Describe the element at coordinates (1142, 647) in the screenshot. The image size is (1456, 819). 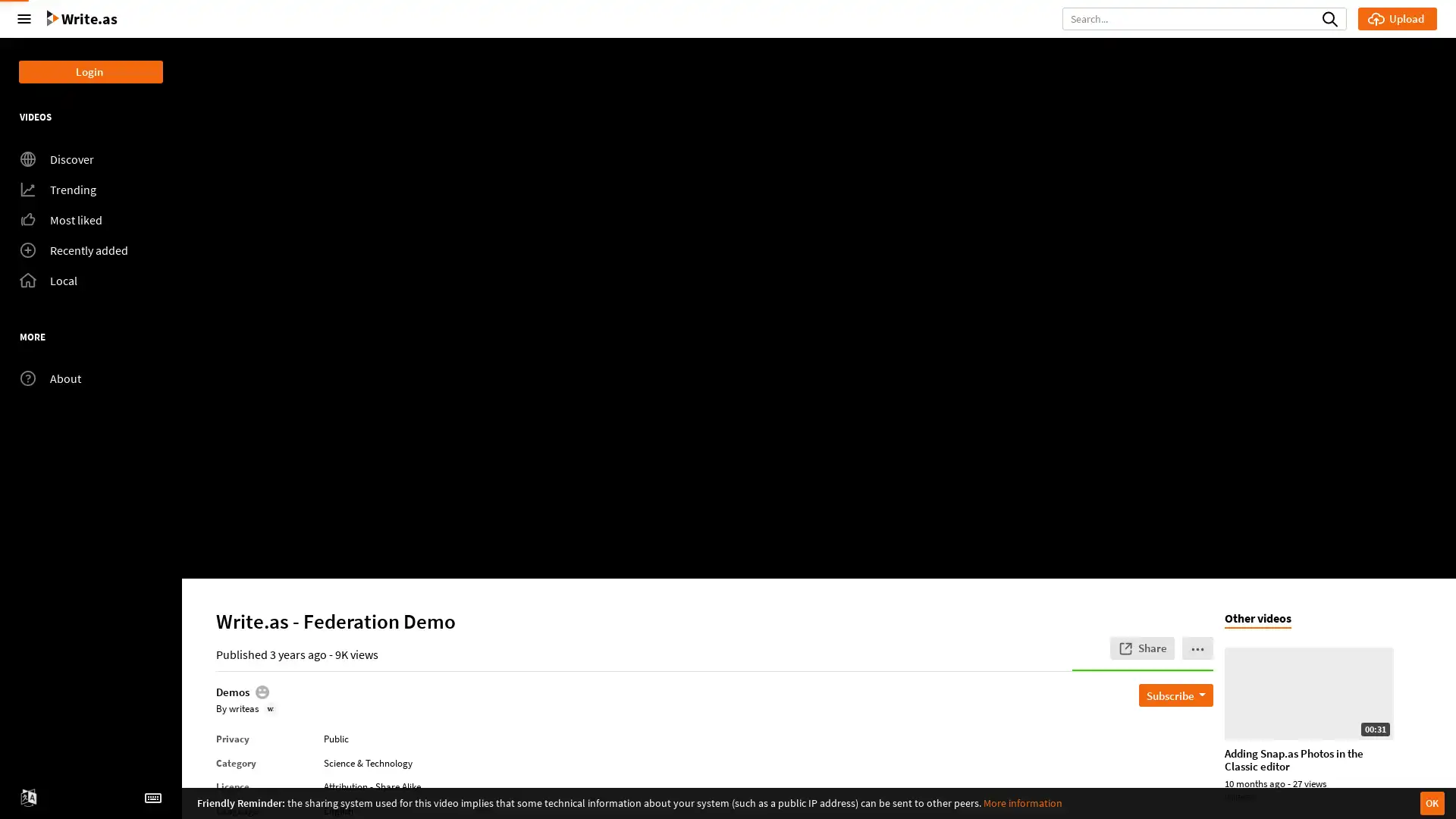
I see `Share` at that location.